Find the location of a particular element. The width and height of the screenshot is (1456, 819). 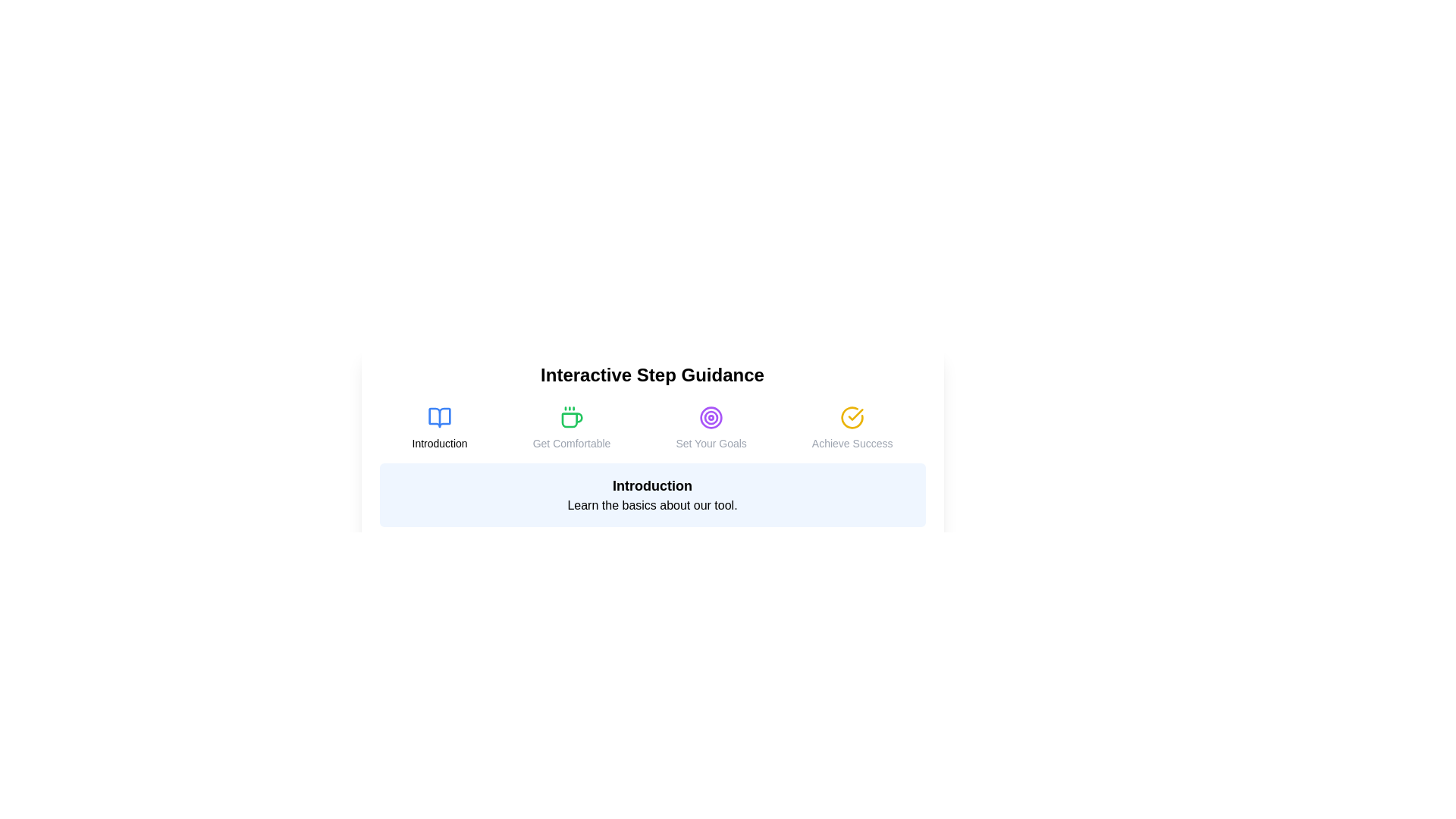

the coffee cup icon, which is a bright green minimalist line art style located above the text label 'Get Comfortable' is located at coordinates (570, 418).